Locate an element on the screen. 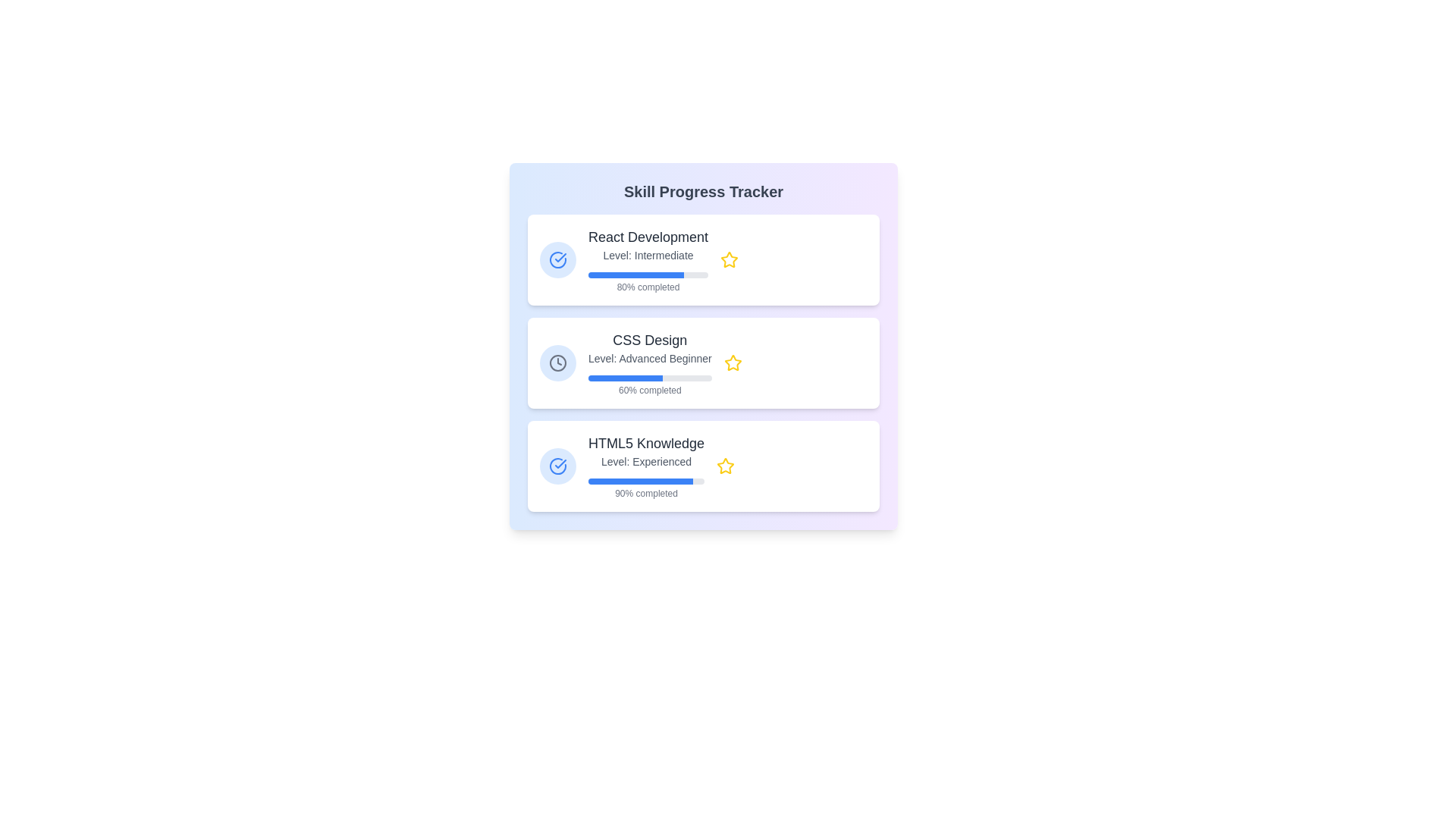 This screenshot has width=1456, height=819. the bright yellow star-shaped icon located at the far right of the 'CSS Design' section is located at coordinates (733, 362).